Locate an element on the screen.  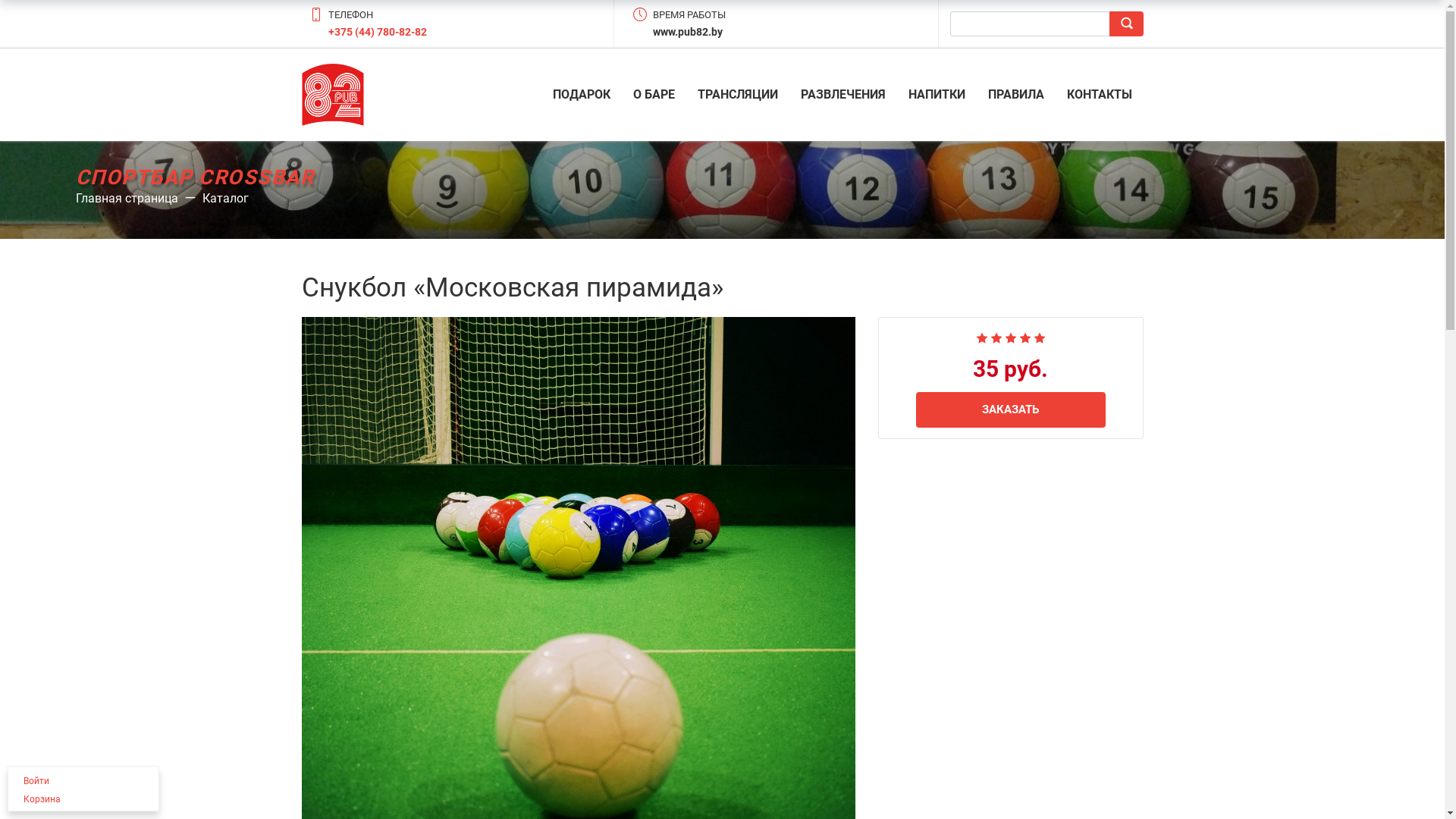
'5' is located at coordinates (1037, 335).